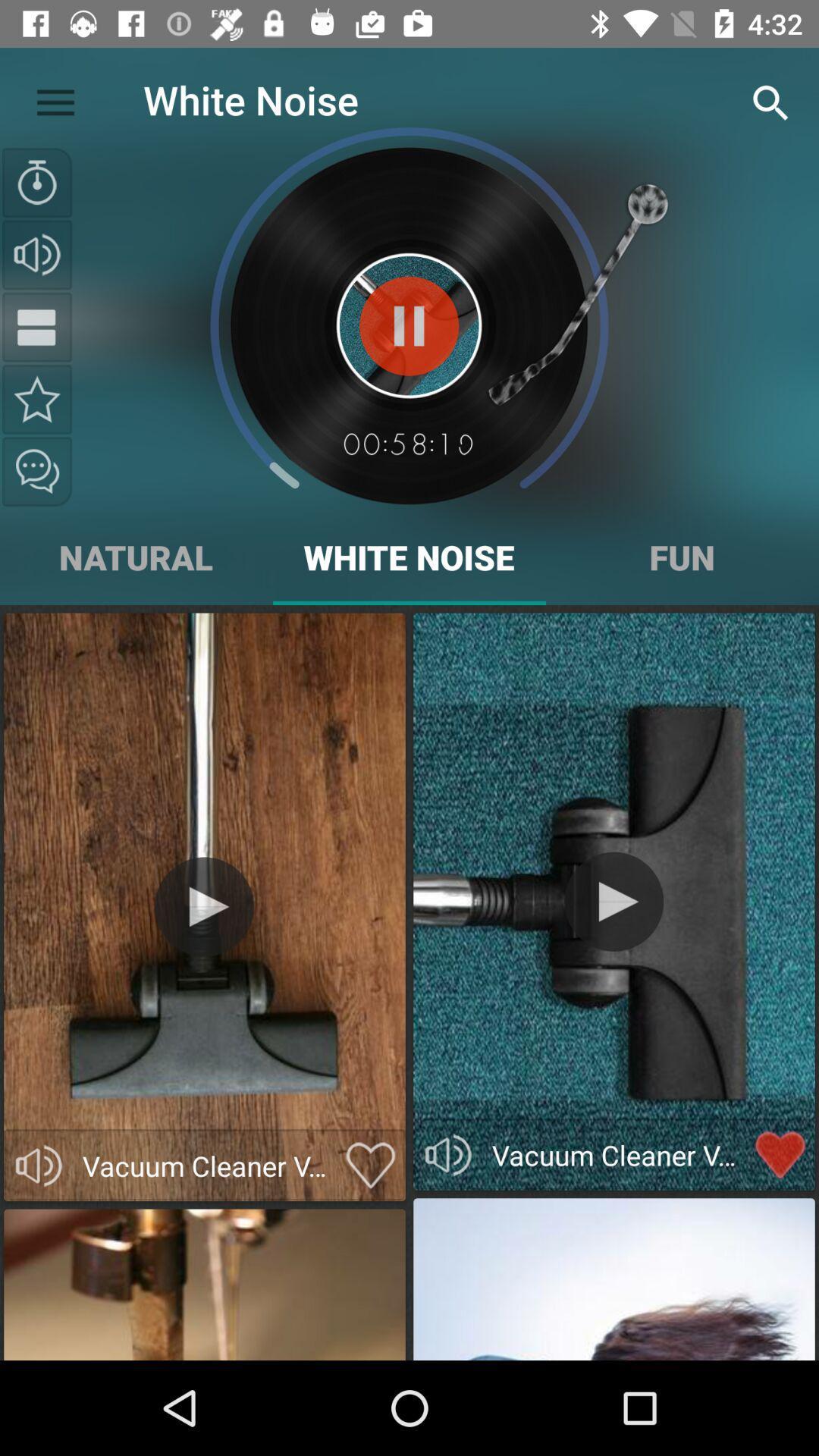  Describe the element at coordinates (447, 1154) in the screenshot. I see `mute or unmute` at that location.